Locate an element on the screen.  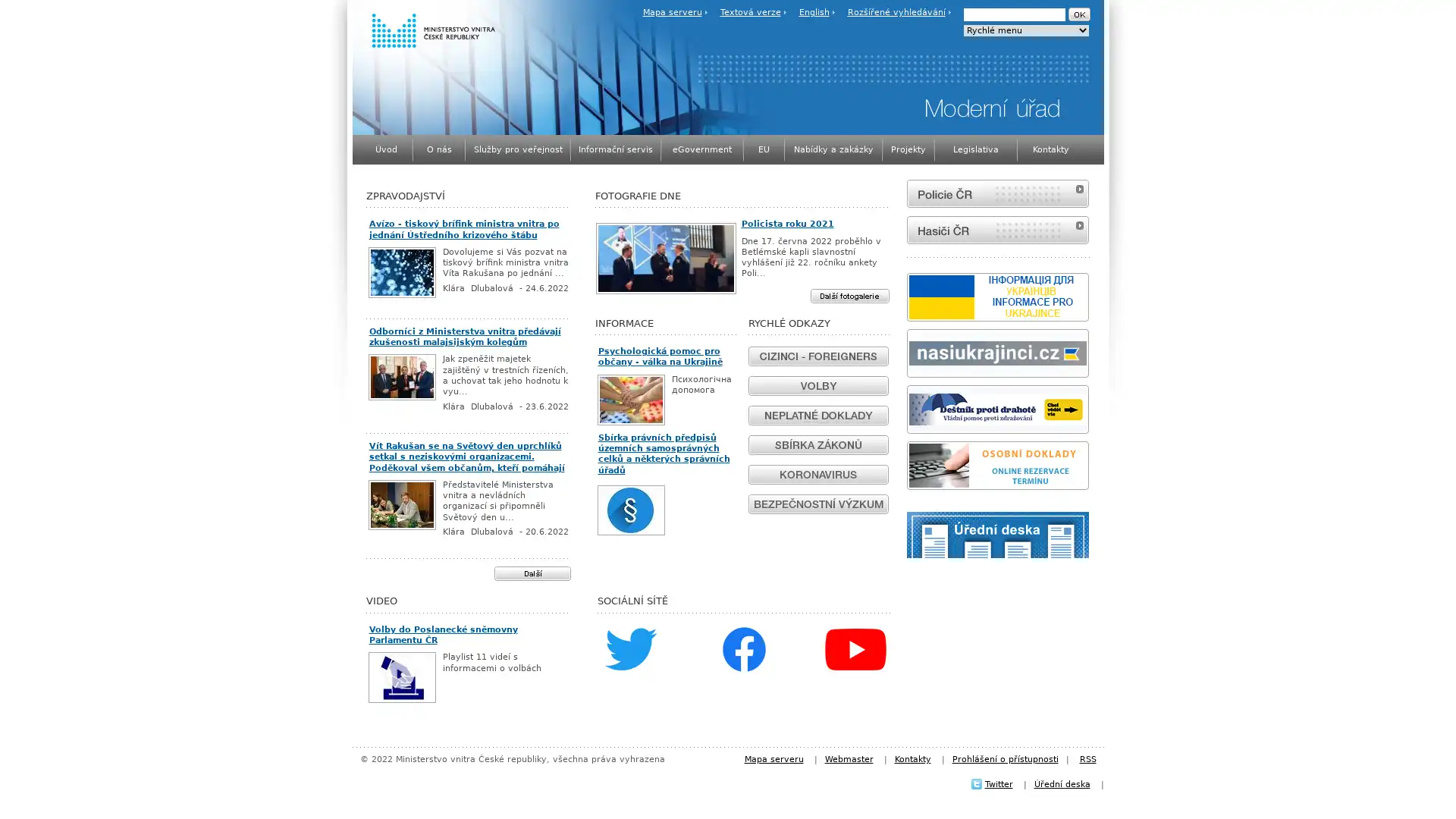
ok is located at coordinates (1078, 14).